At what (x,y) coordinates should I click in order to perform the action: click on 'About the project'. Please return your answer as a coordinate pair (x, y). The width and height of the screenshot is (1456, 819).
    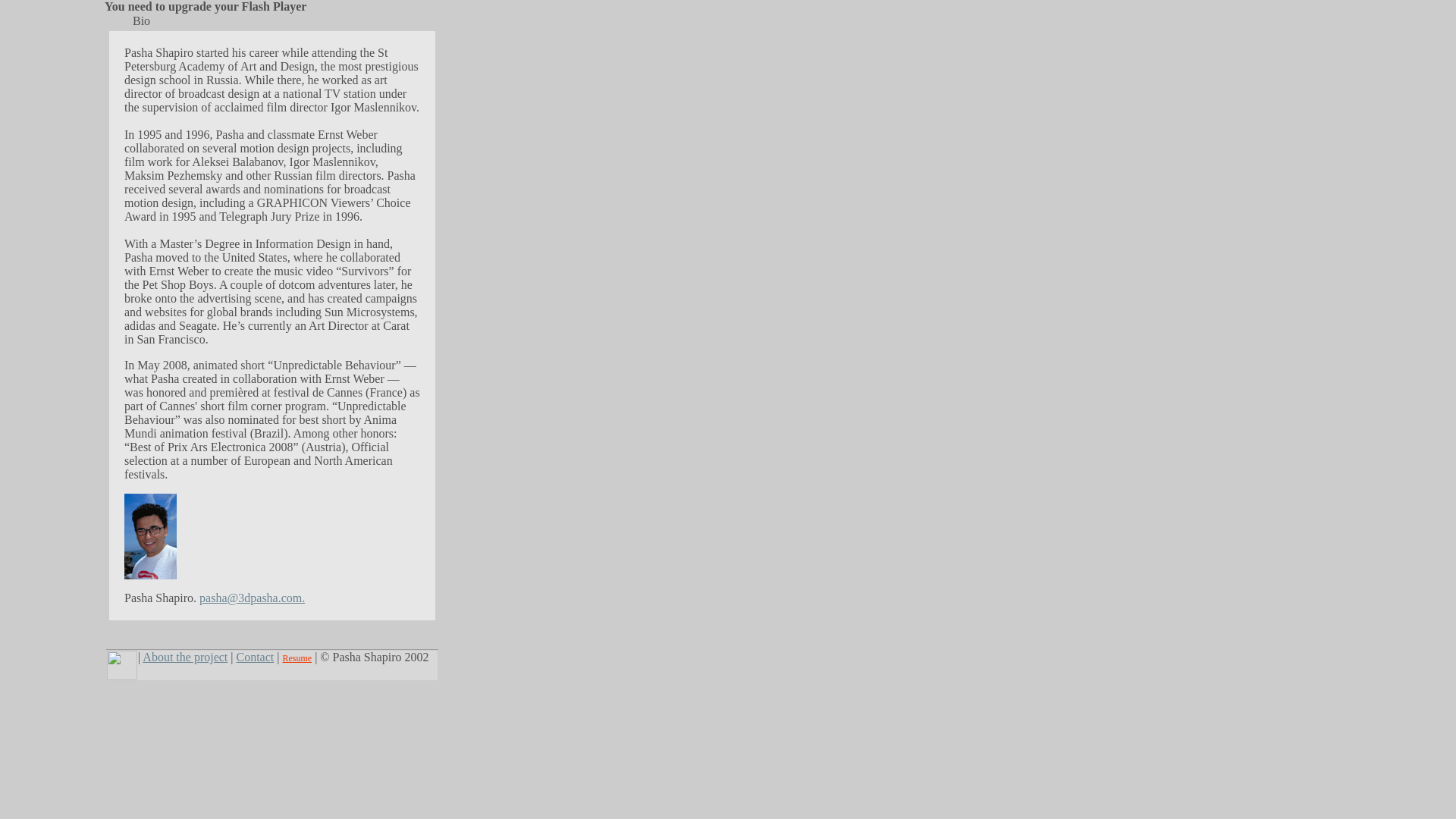
    Looking at the image, I should click on (142, 656).